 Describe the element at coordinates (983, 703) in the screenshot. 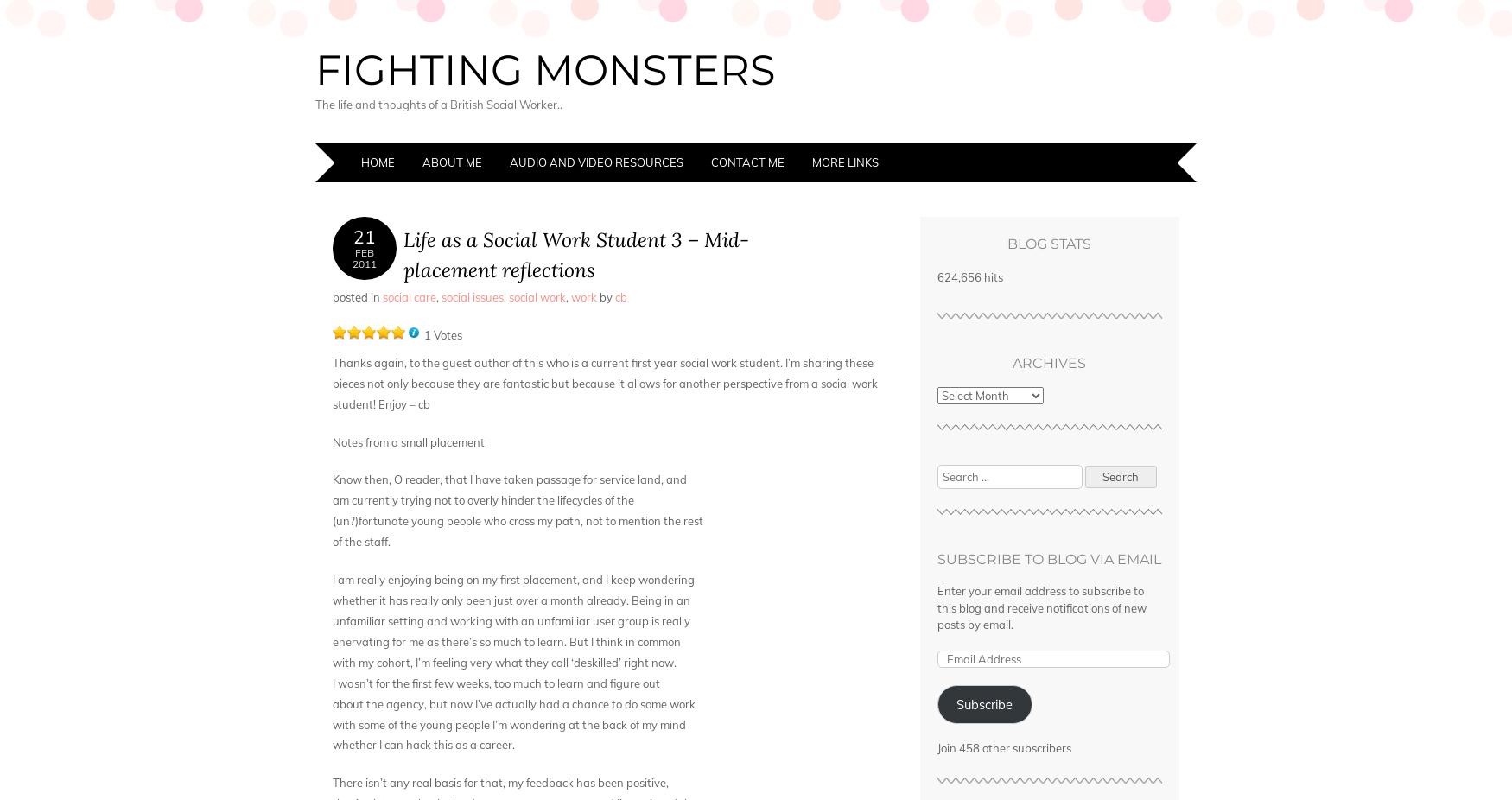

I see `'Subscribe'` at that location.